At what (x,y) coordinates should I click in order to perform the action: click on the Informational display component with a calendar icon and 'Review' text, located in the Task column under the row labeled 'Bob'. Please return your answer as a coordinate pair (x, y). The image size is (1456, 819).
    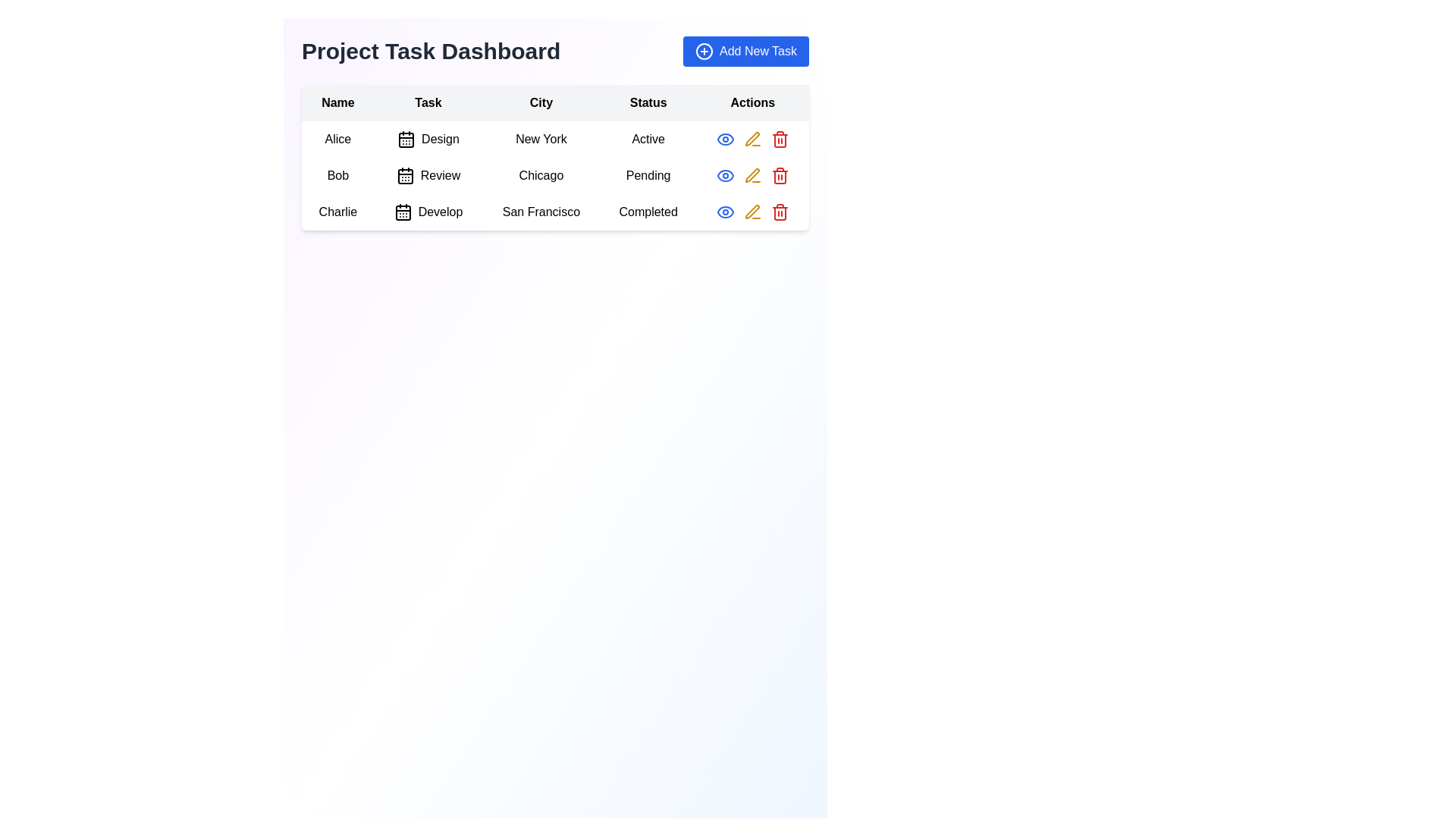
    Looking at the image, I should click on (428, 174).